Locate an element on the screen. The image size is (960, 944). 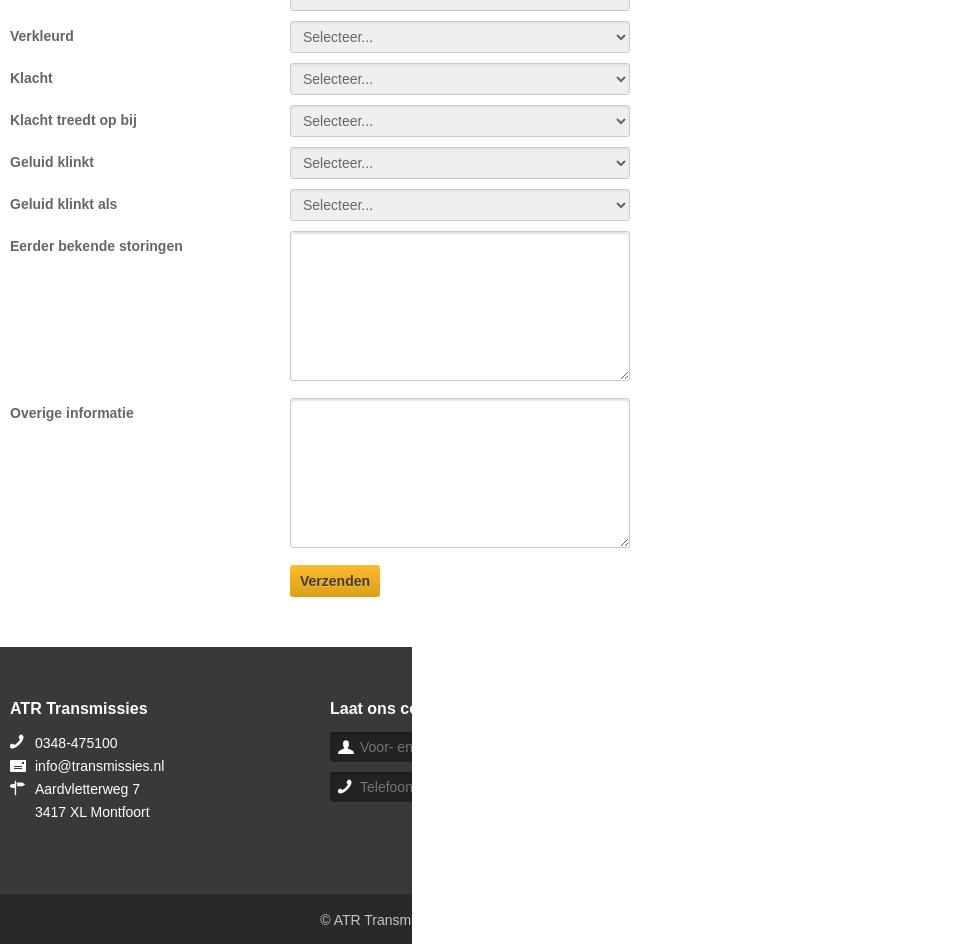
'ATR Transmissies' is located at coordinates (78, 708).